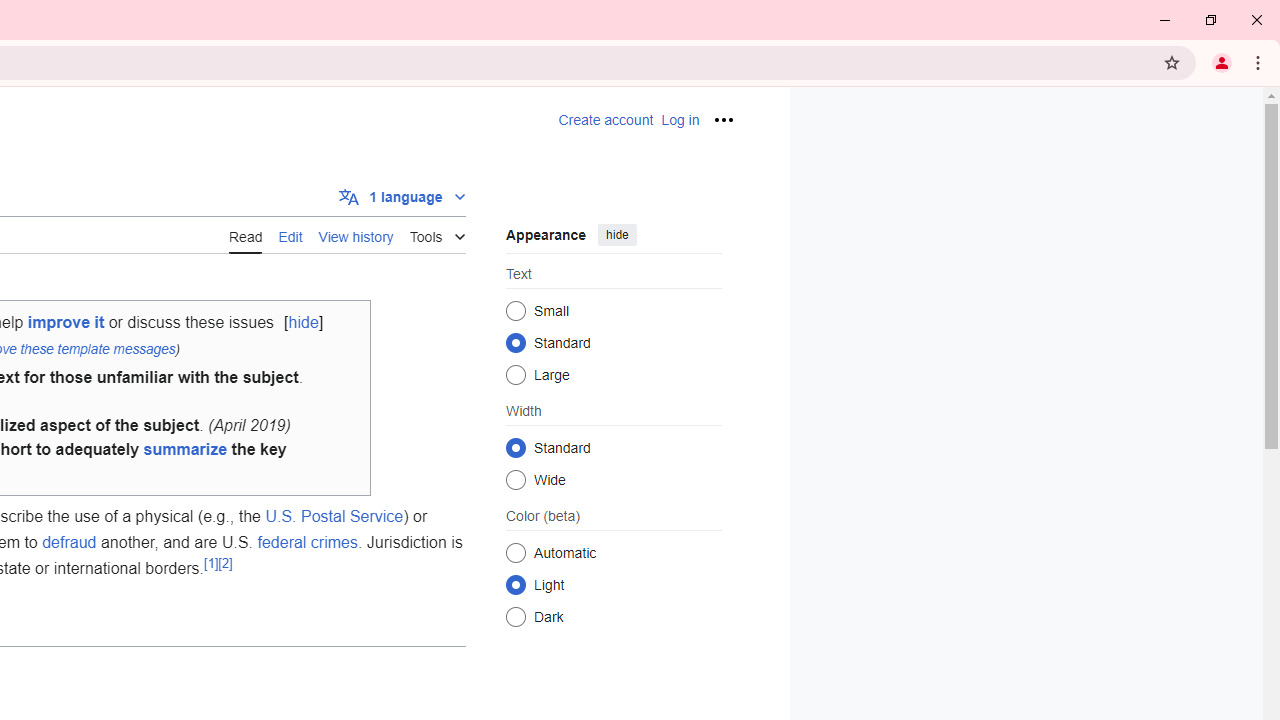  Describe the element at coordinates (65, 321) in the screenshot. I see `'improve it'` at that location.